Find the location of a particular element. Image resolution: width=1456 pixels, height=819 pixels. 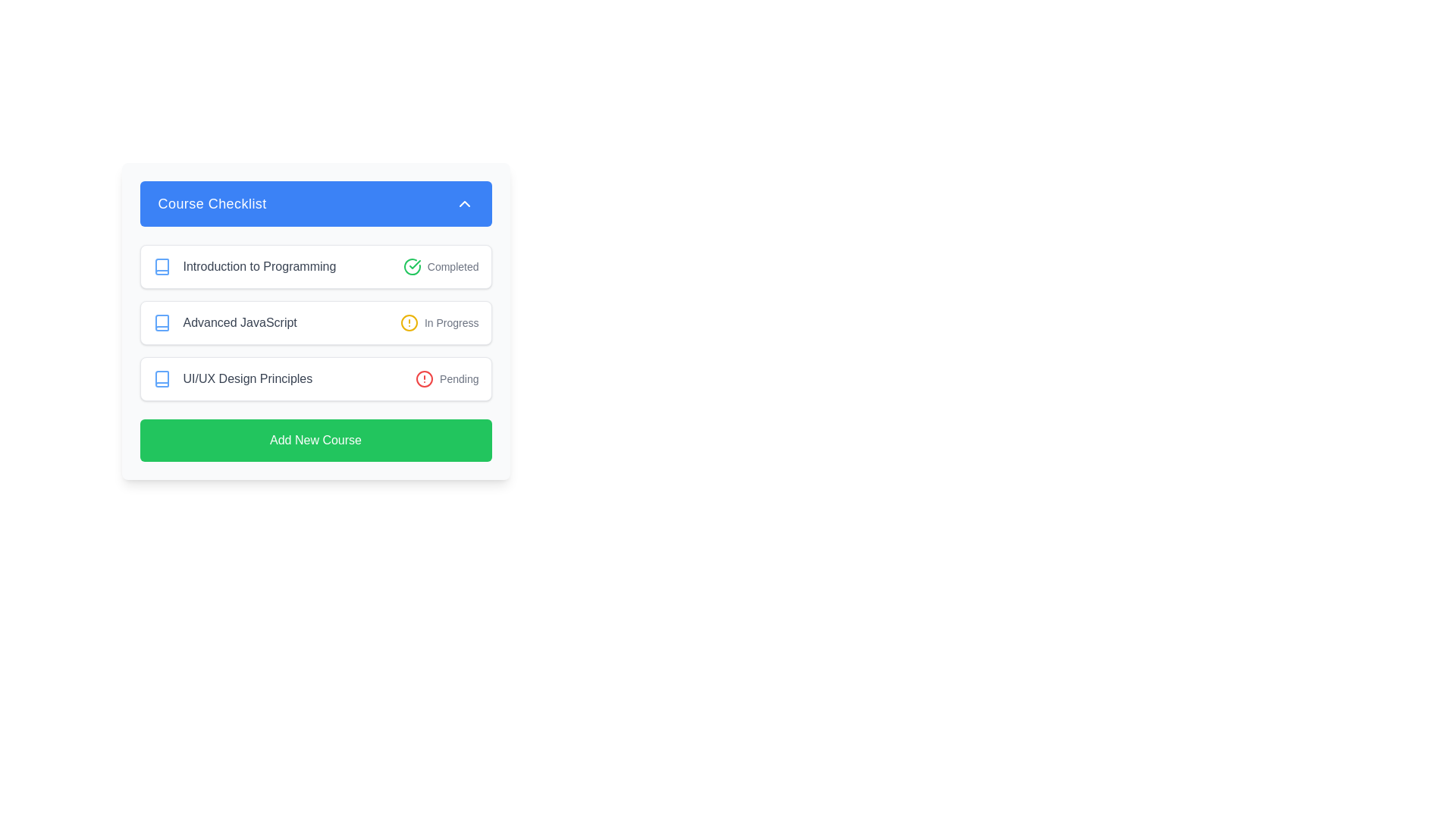

the text label indicating the status of the 'Introduction to Programming' course, which shows that it has been completed, located to the right of a green circular checkmark in the Course Checklist is located at coordinates (452, 265).